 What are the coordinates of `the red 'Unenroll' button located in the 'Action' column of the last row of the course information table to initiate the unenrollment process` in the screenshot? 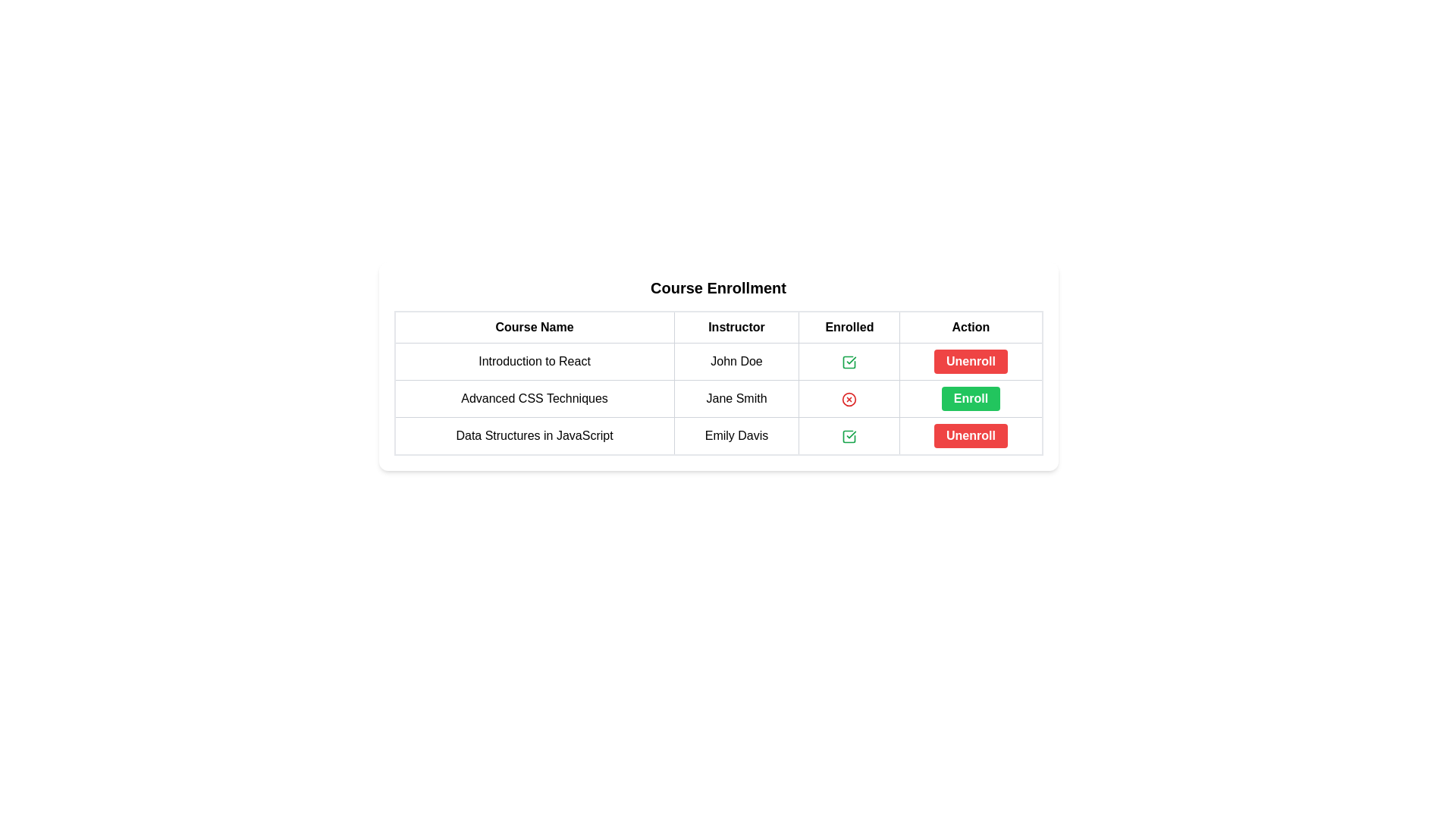 It's located at (971, 436).